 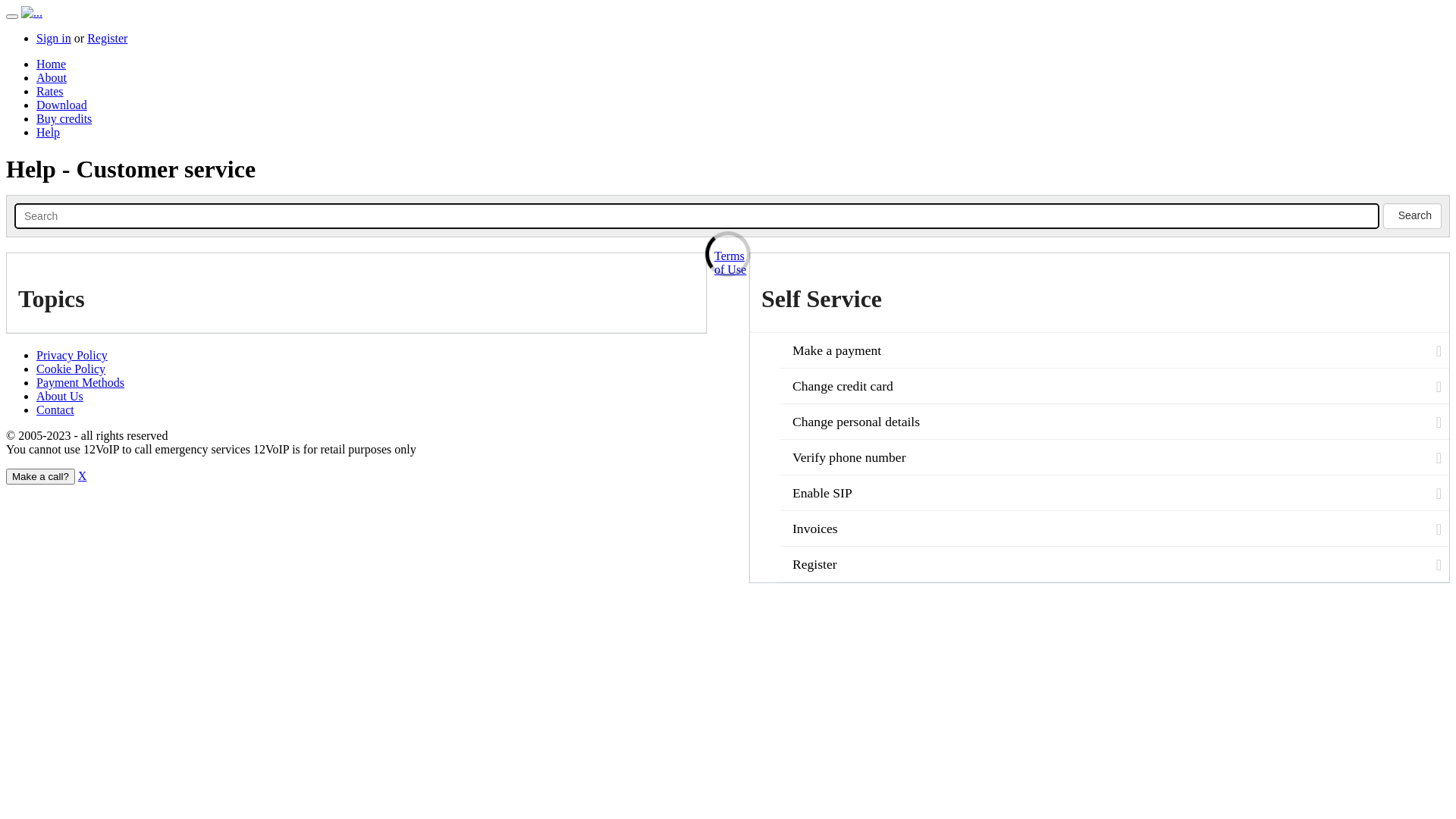 What do you see at coordinates (51, 63) in the screenshot?
I see `'Home'` at bounding box center [51, 63].